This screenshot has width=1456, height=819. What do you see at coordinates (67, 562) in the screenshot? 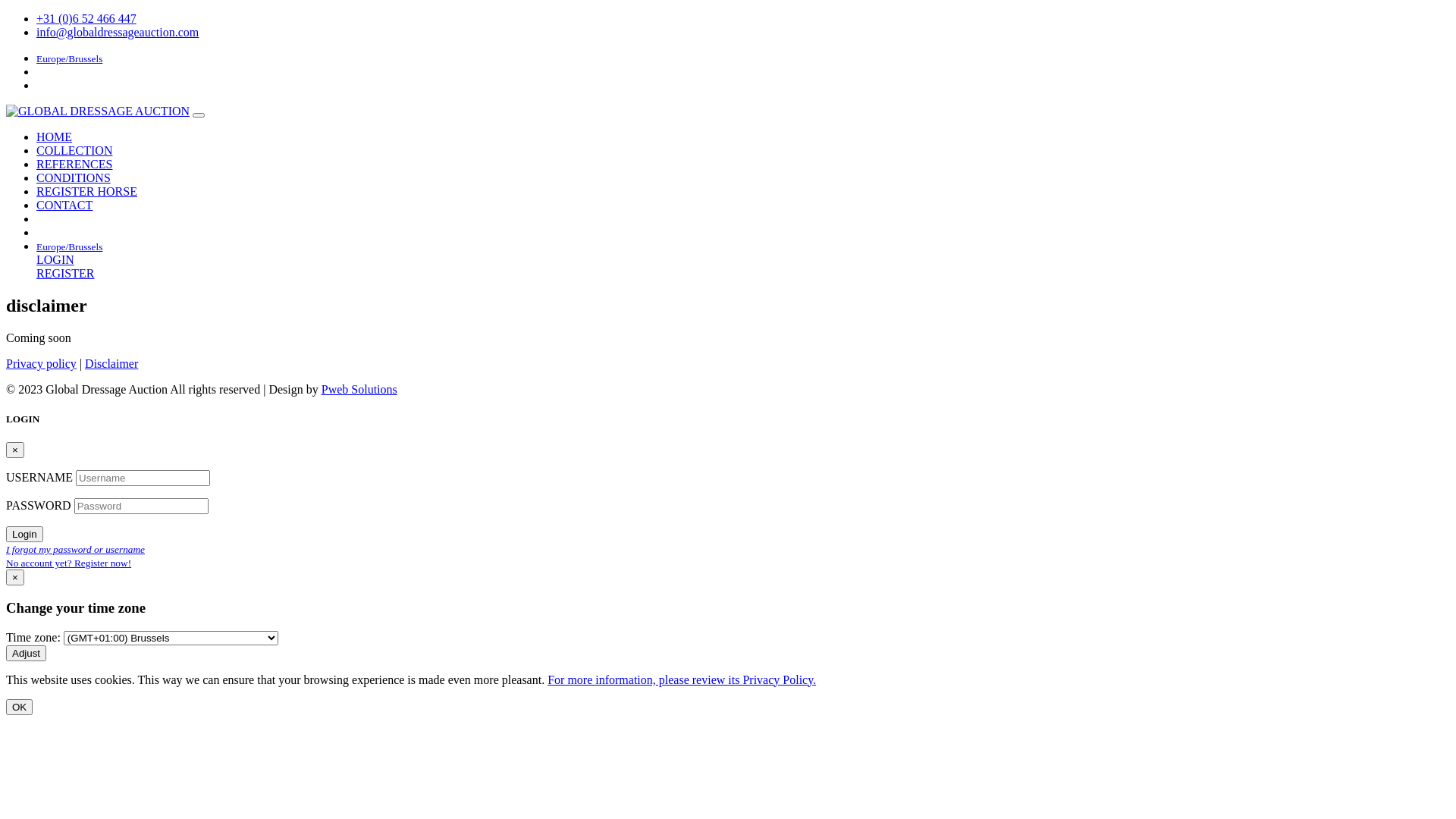
I see `'No account yet? Register now!'` at bounding box center [67, 562].